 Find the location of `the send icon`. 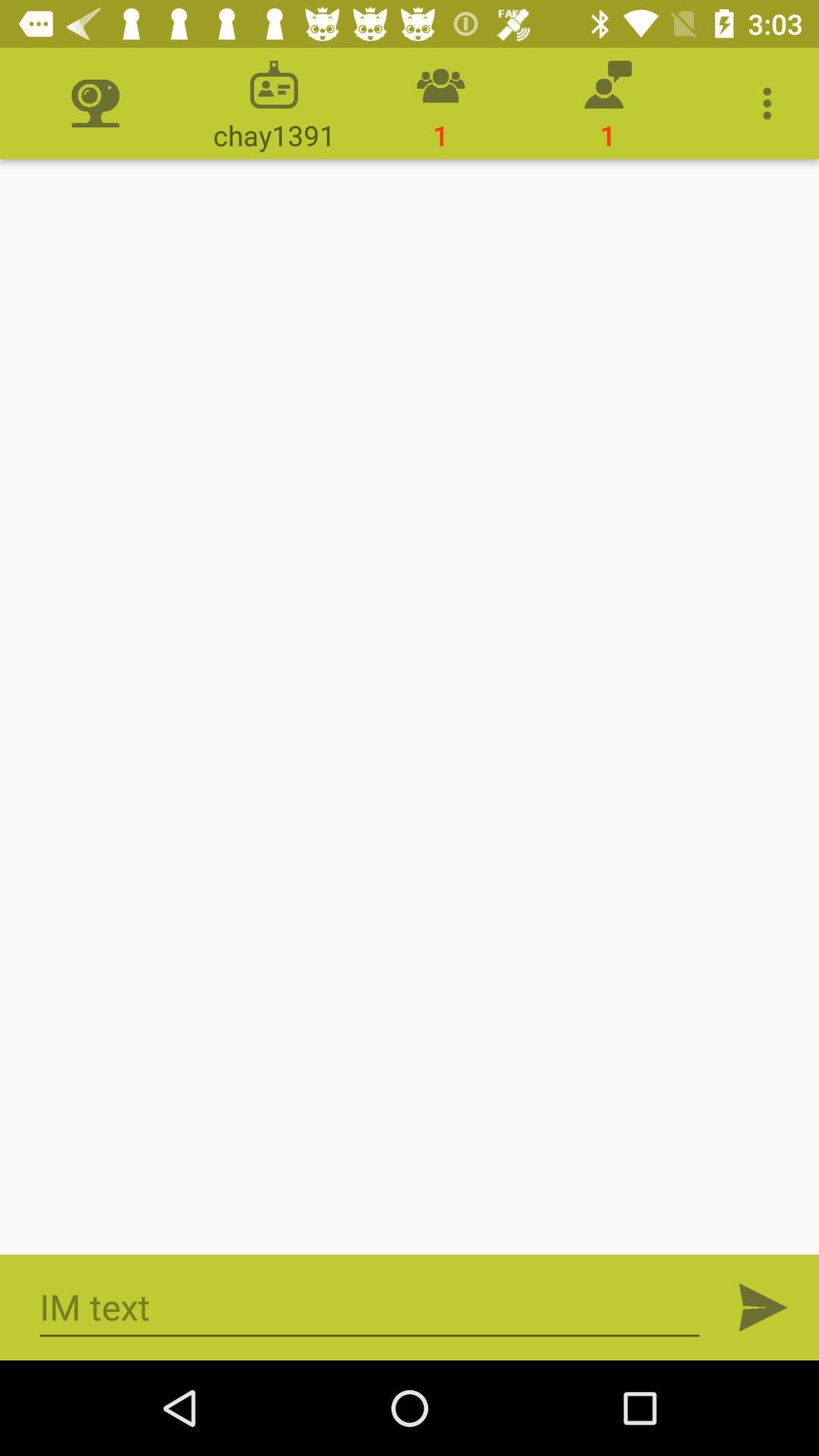

the send icon is located at coordinates (763, 1307).